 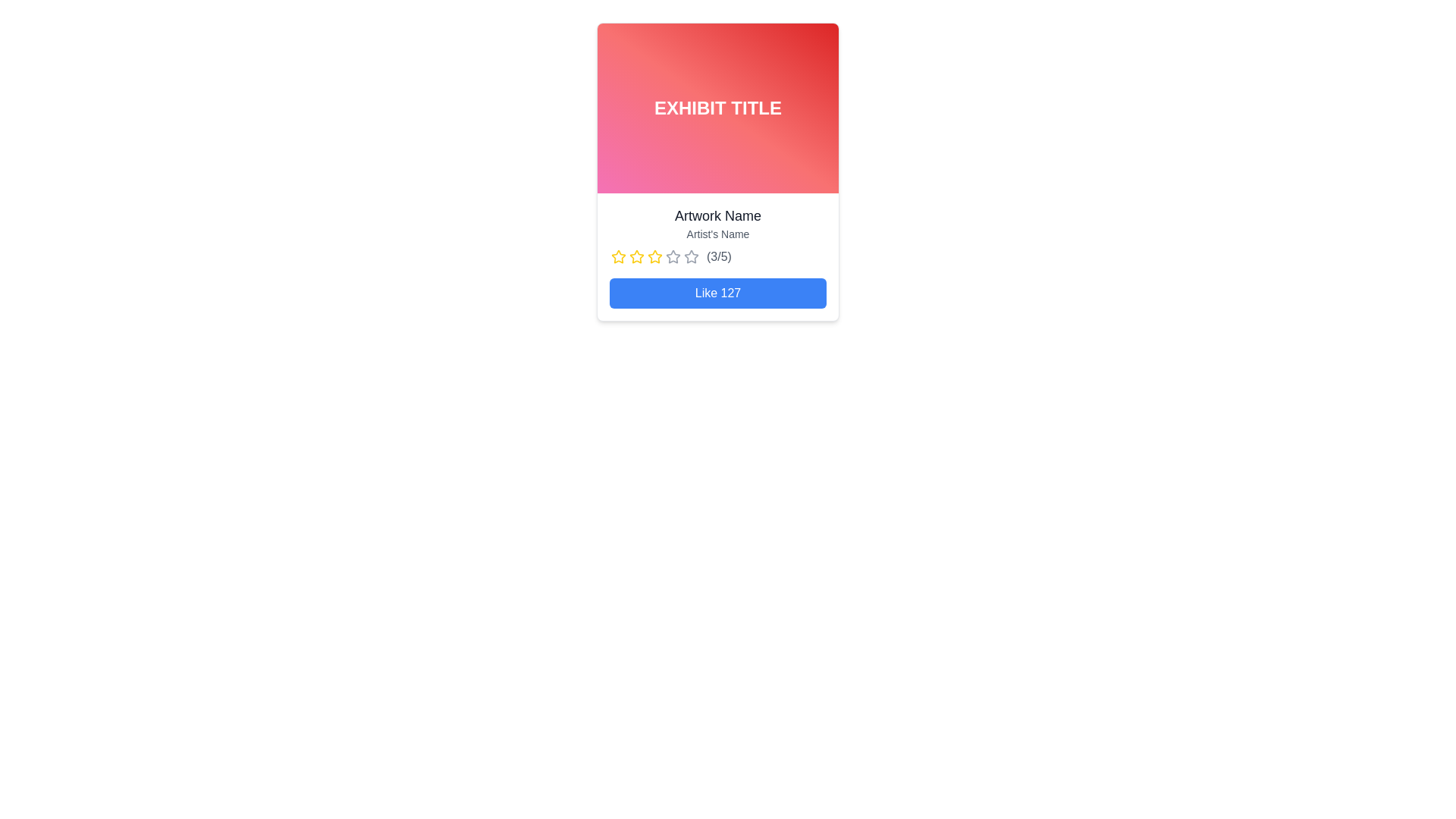 I want to click on the static text displaying the artist's name associated with the artwork, which is located between the artwork's title 'Artwork Name' and the rating stars below, so click(x=717, y=234).